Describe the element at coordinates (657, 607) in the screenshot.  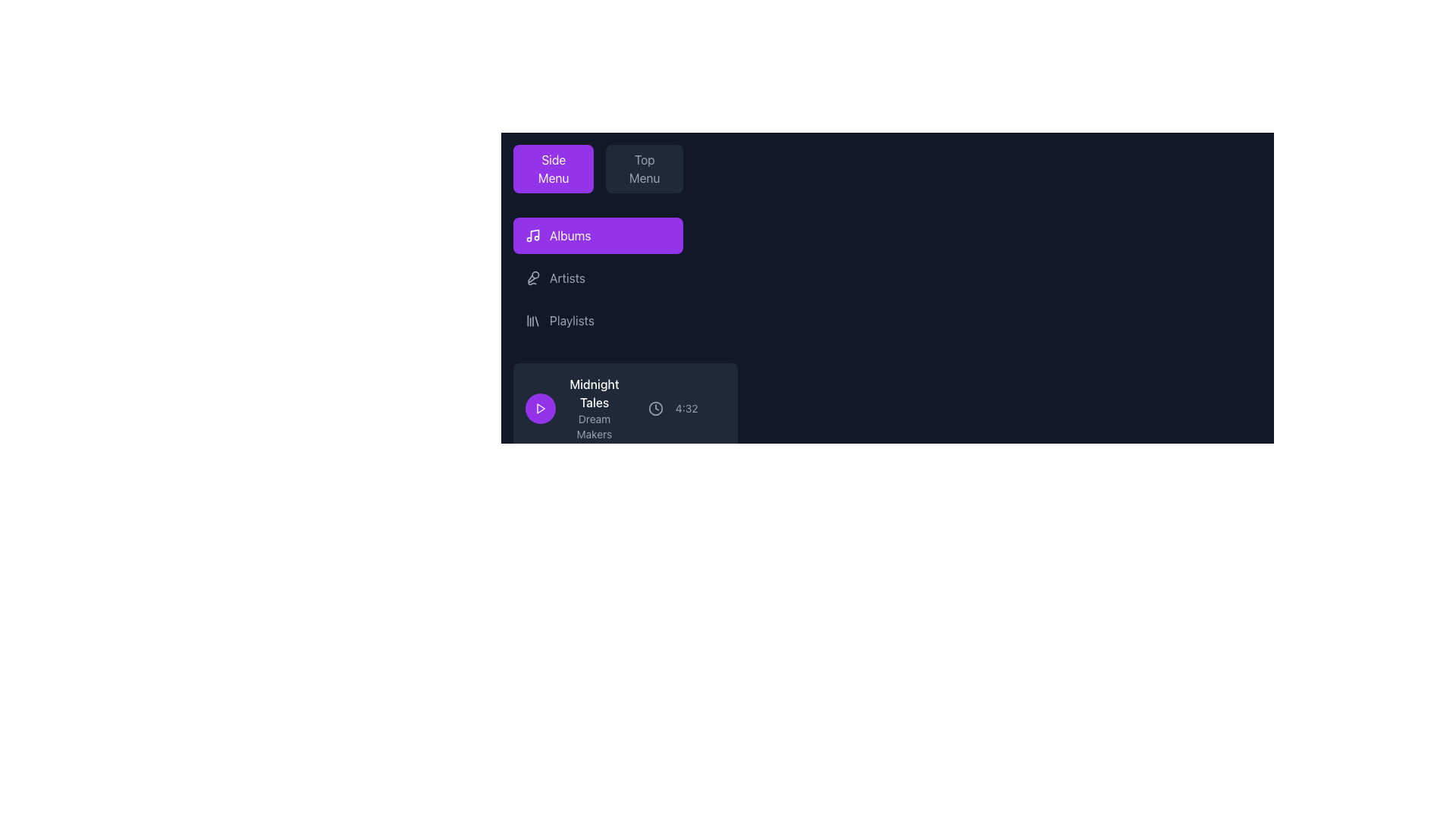
I see `the details of the circular clock icon with a gray outline and minimalist design, located to the right of the heart icon and before the timestamp '5:18'` at that location.